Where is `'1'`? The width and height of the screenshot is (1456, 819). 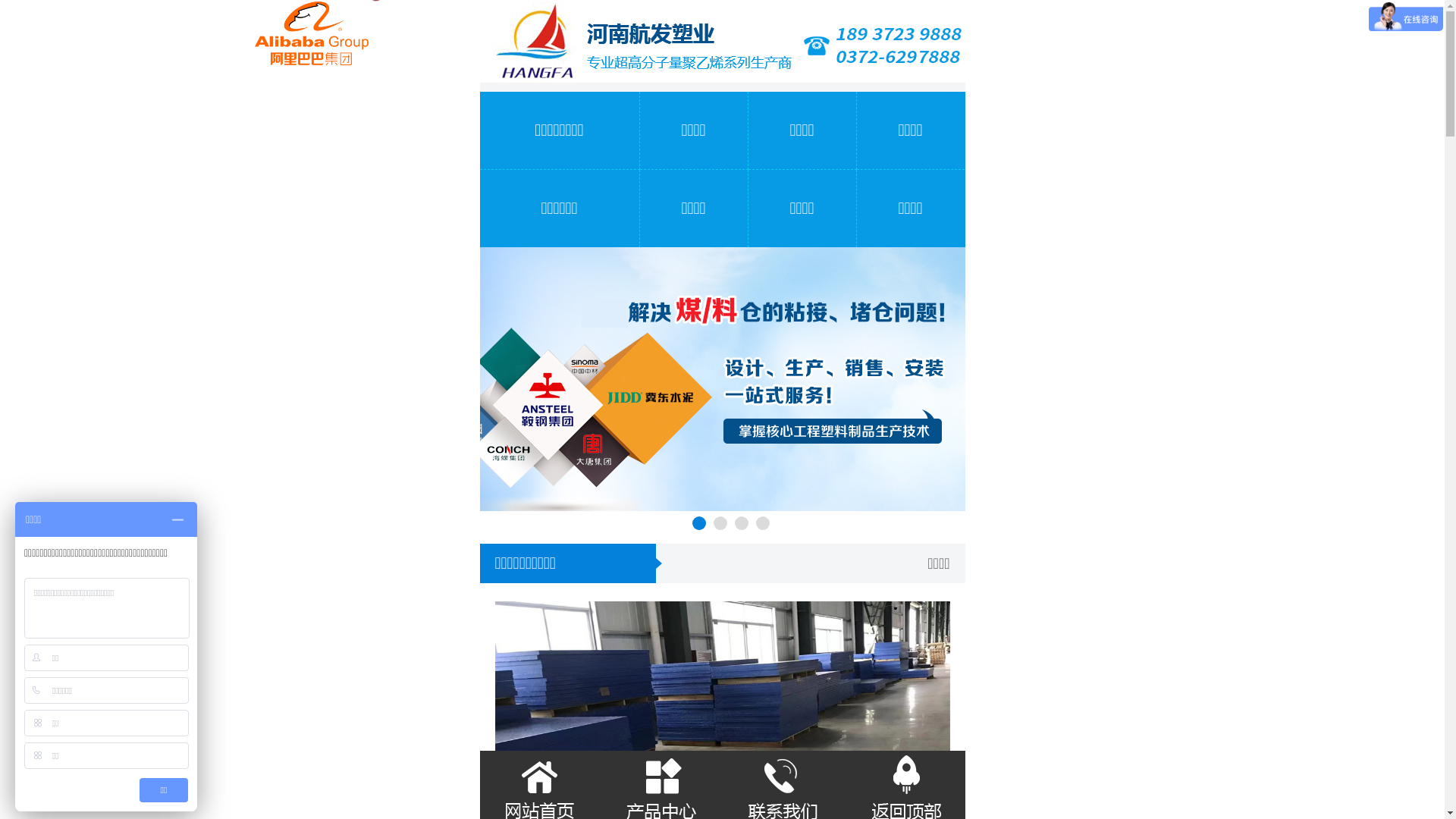 '1' is located at coordinates (698, 522).